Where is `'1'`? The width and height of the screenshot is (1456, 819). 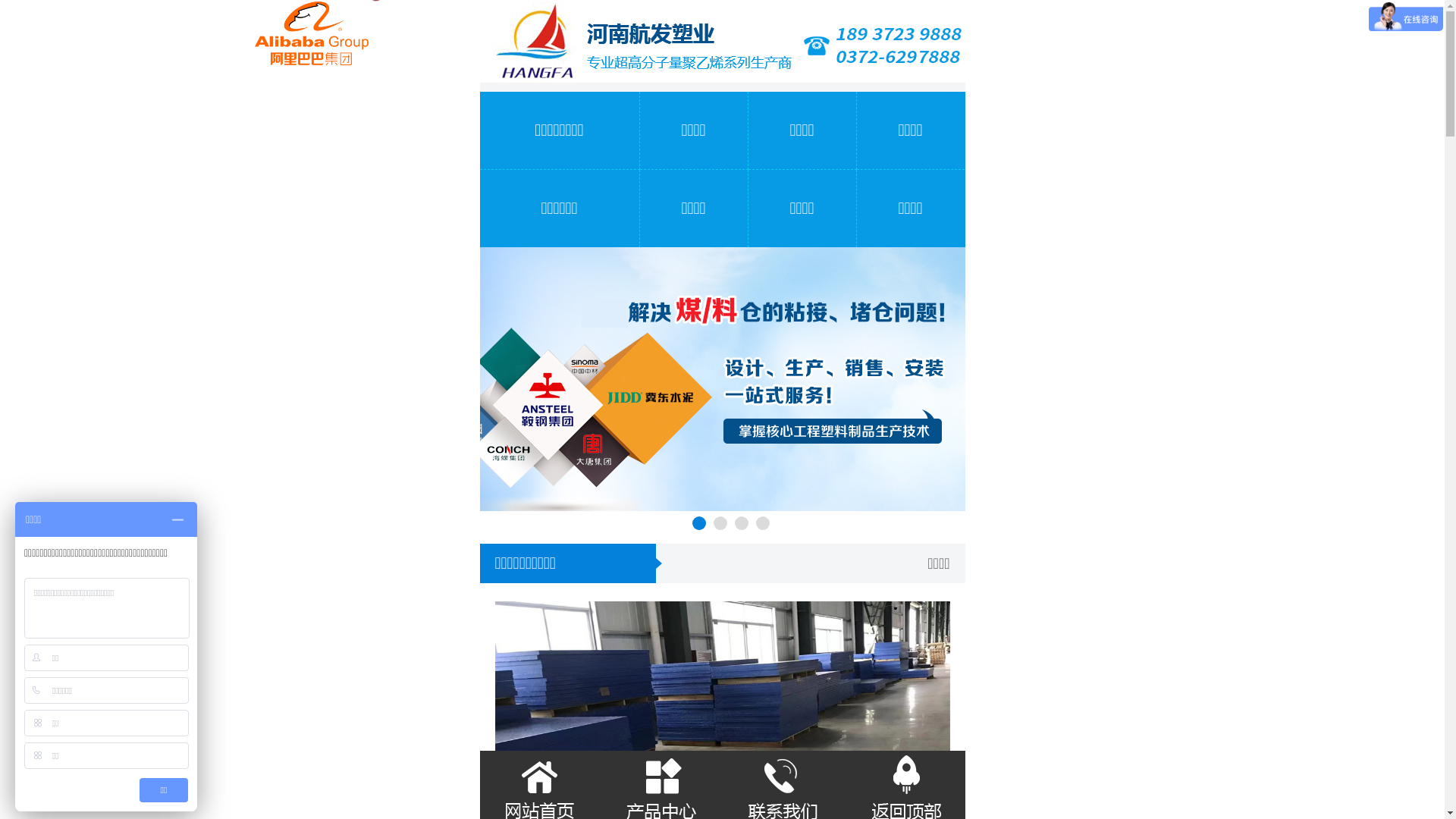 '1' is located at coordinates (698, 522).